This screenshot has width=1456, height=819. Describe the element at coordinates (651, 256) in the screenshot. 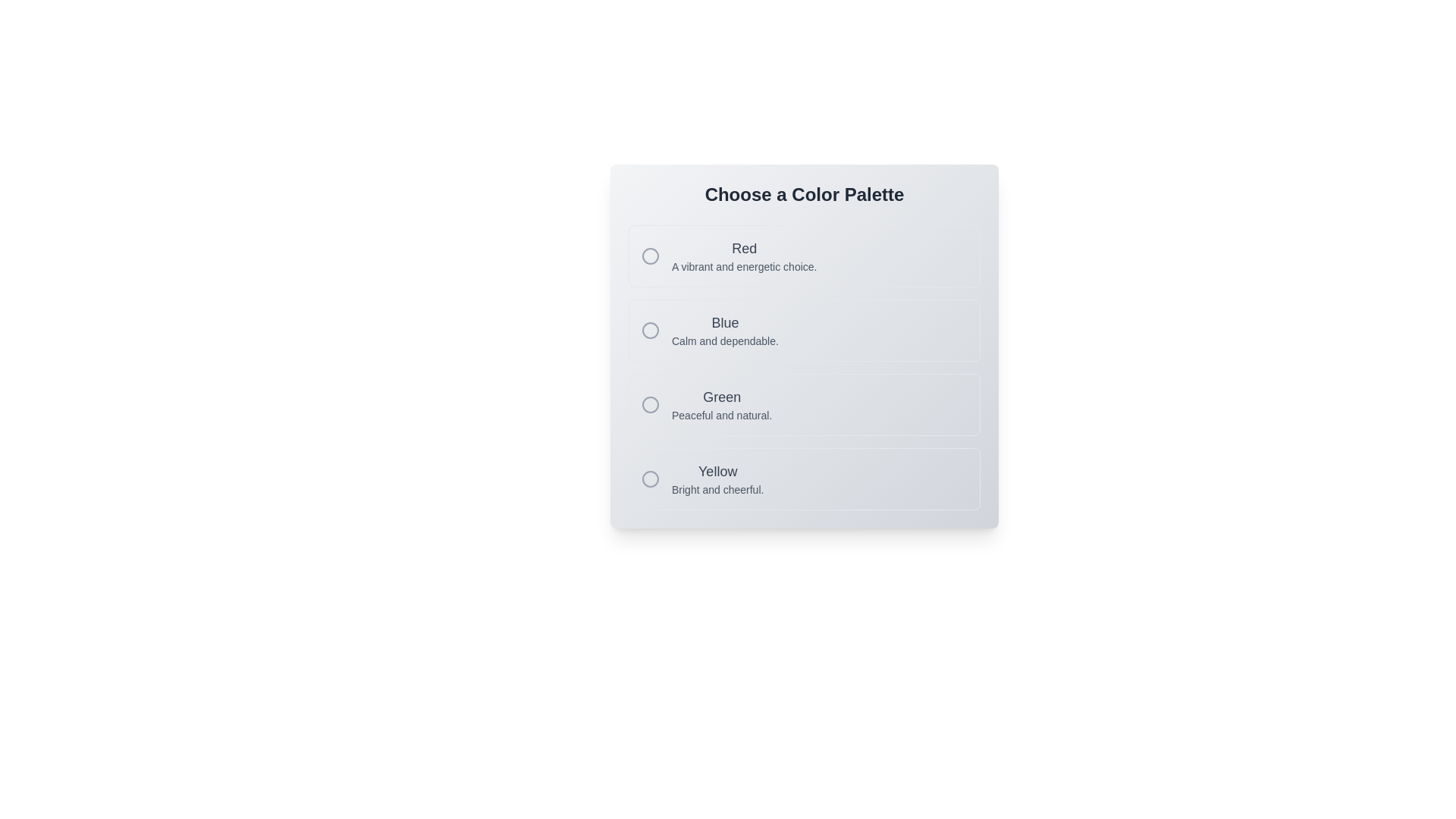

I see `the radio button for the 'Red' color option located at the top of the 'Choose a Color Palette' section` at that location.